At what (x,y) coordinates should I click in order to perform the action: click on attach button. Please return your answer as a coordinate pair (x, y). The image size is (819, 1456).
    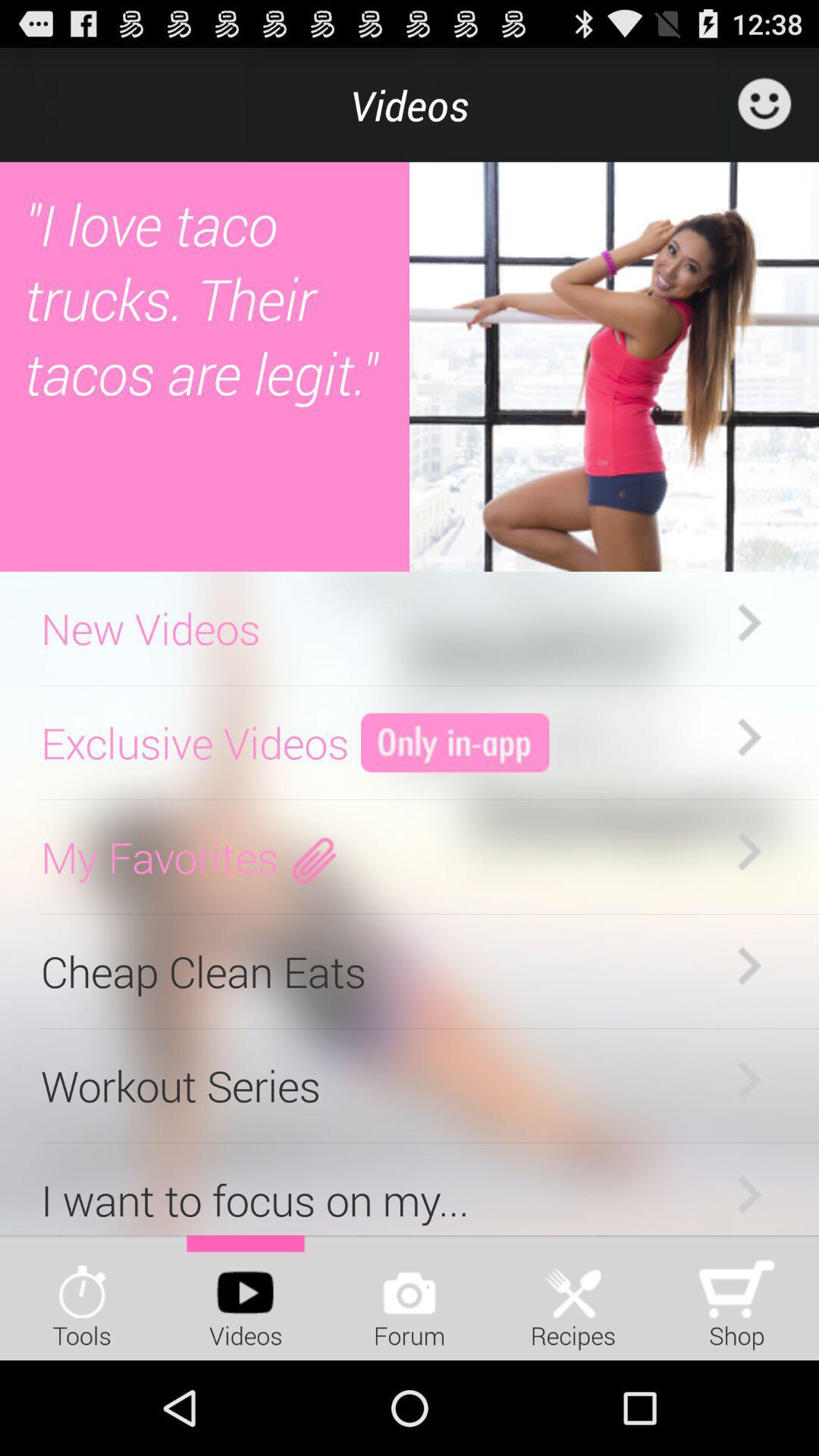
    Looking at the image, I should click on (314, 857).